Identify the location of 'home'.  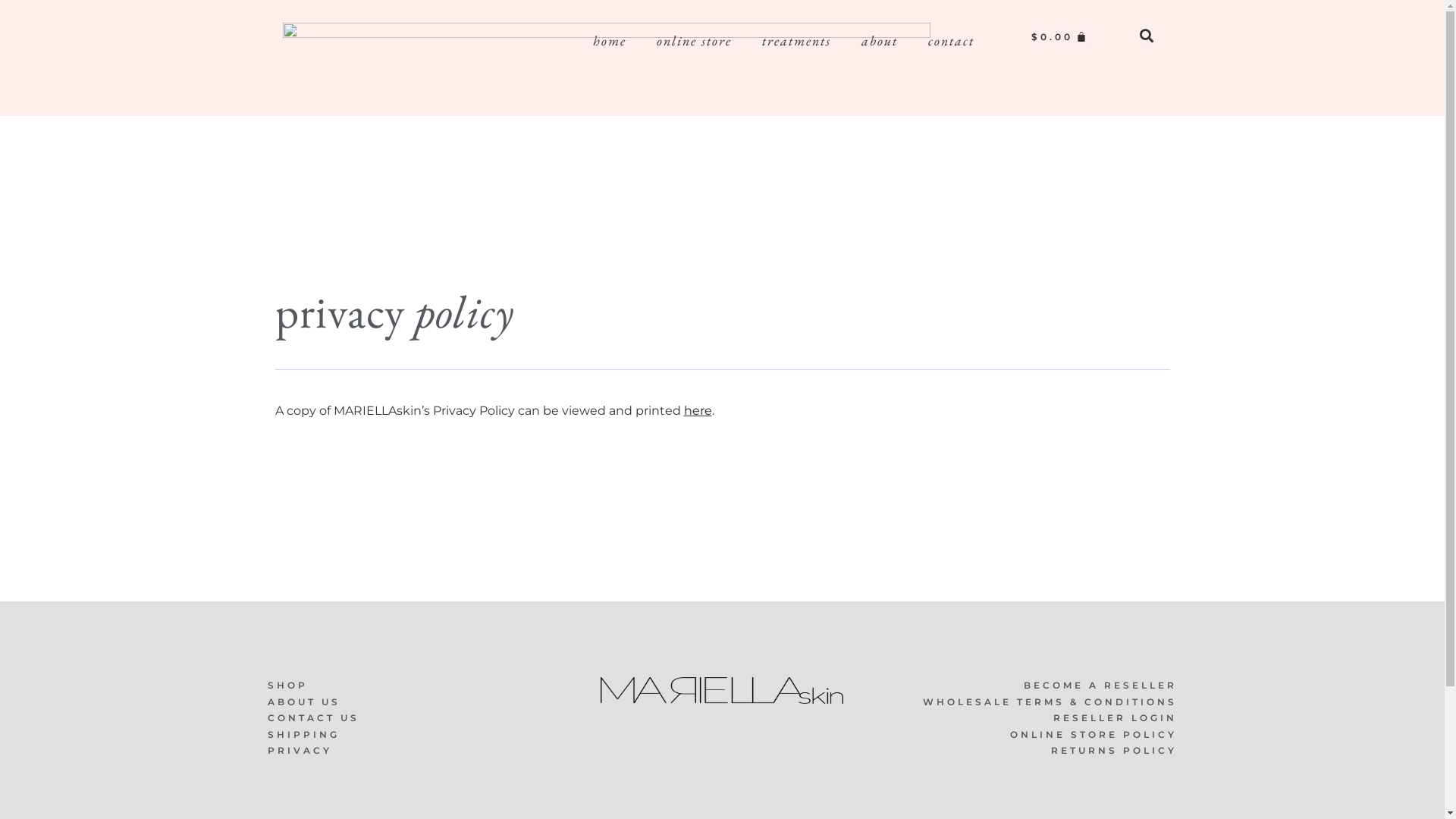
(609, 40).